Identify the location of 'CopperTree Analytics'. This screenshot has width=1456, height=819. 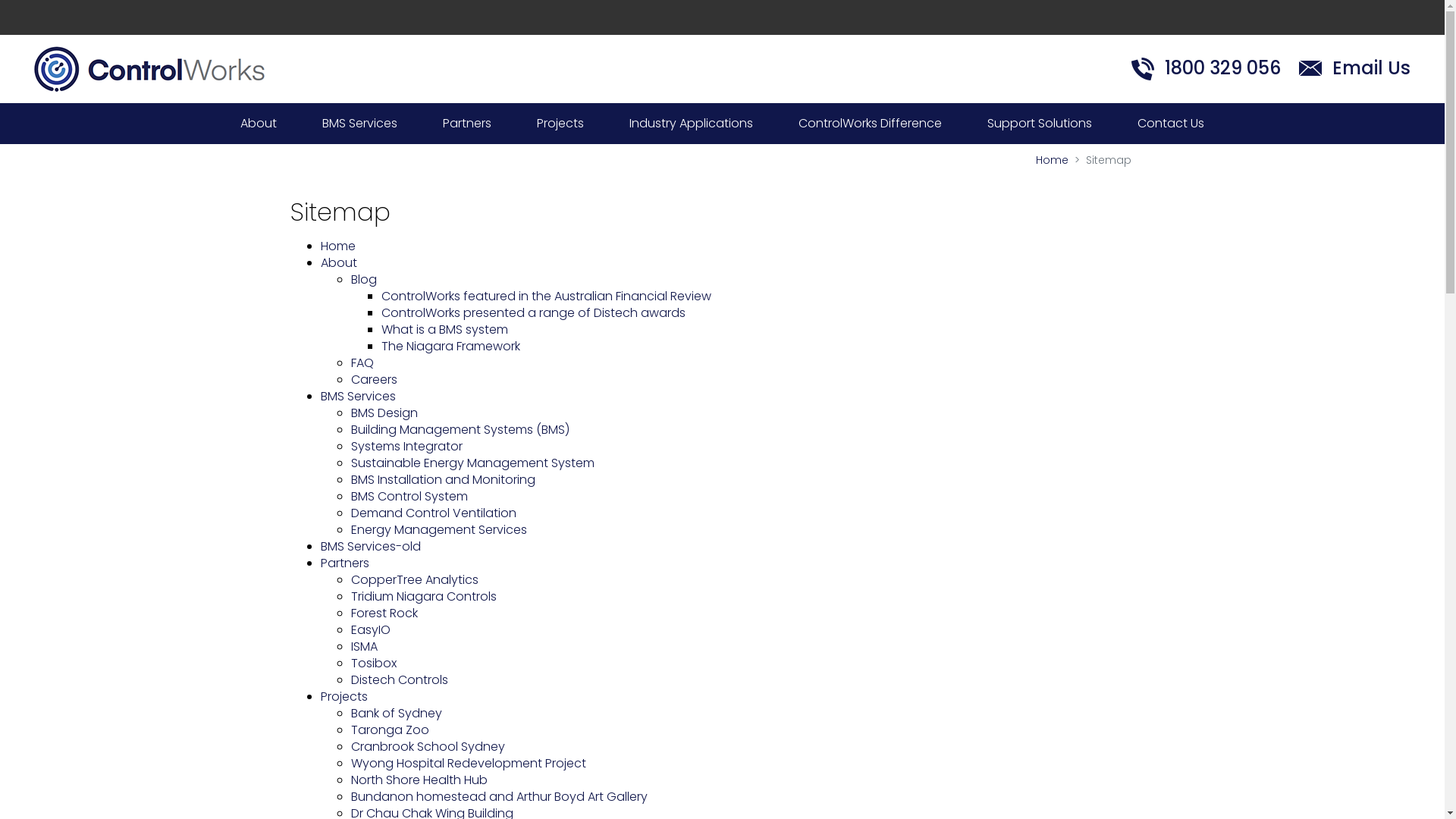
(414, 579).